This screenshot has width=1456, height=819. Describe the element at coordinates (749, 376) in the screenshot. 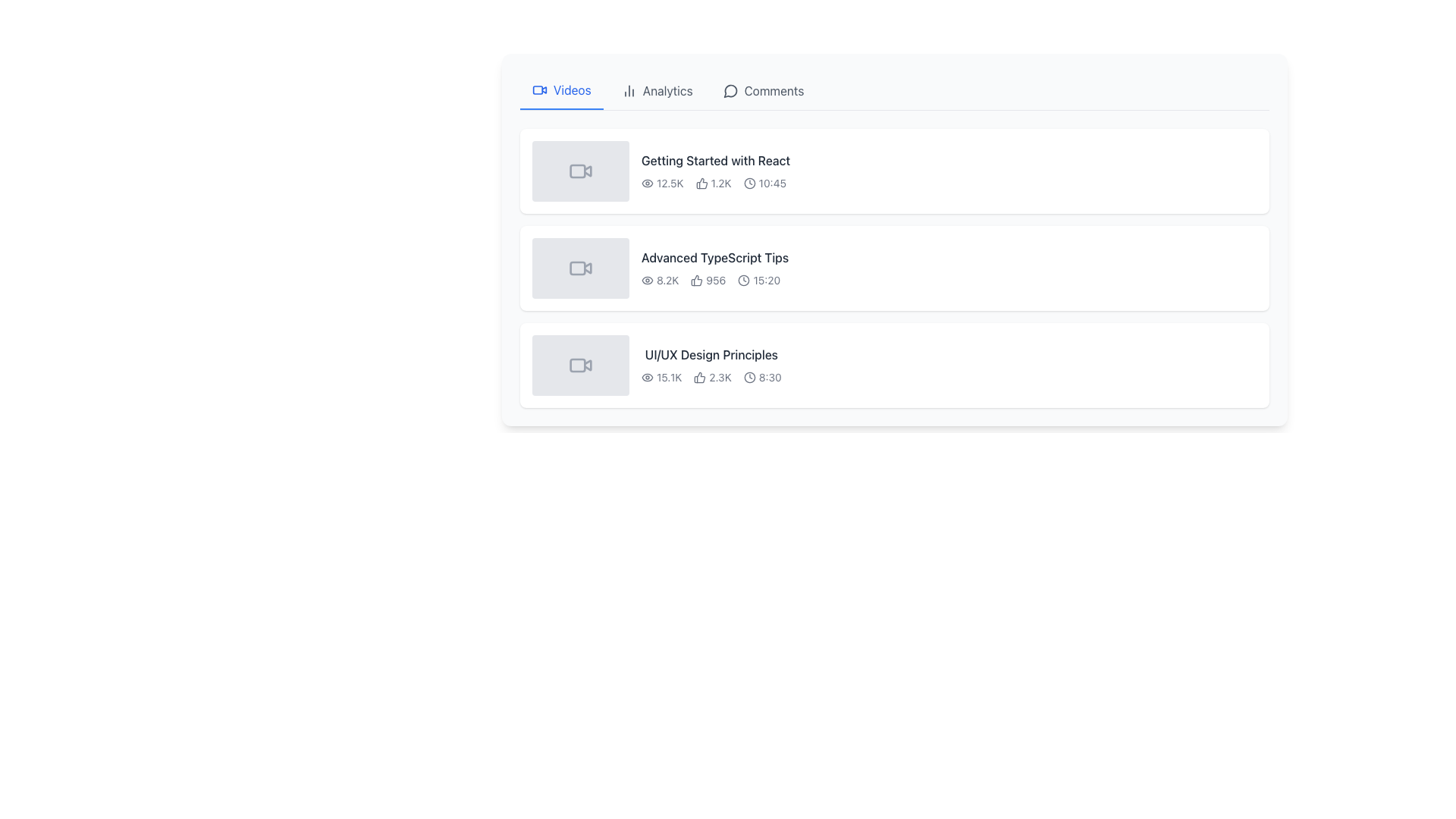

I see `the circular shape within the clock icon that is located next to the duration of the 'UI/UX Design Principles' video` at that location.